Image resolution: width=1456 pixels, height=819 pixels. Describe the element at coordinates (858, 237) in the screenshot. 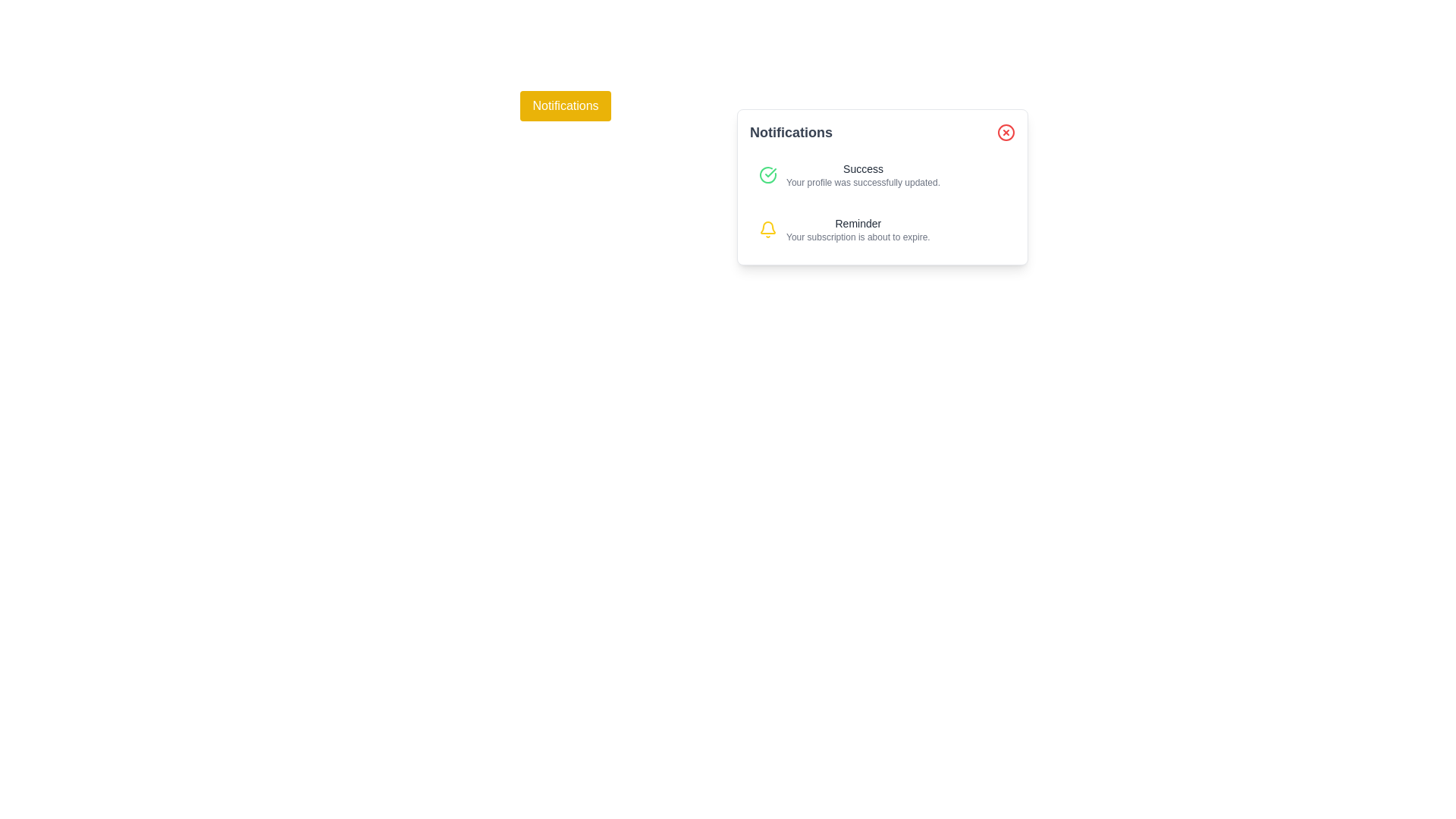

I see `the text label displaying 'Your subscription is about to expire.' which is positioned below the 'Reminder' text in a notification card` at that location.